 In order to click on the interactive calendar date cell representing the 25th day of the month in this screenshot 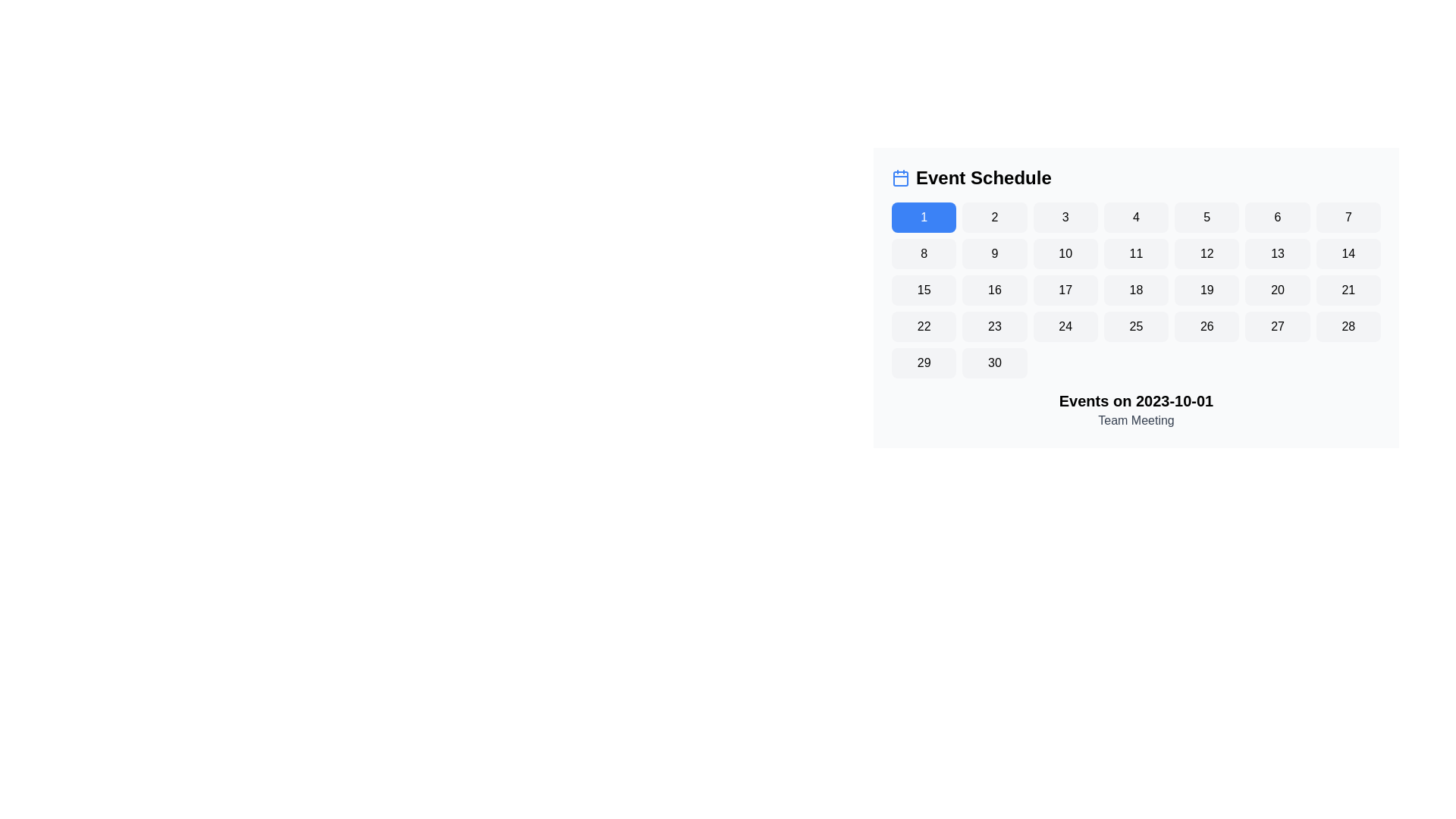, I will do `click(1136, 326)`.